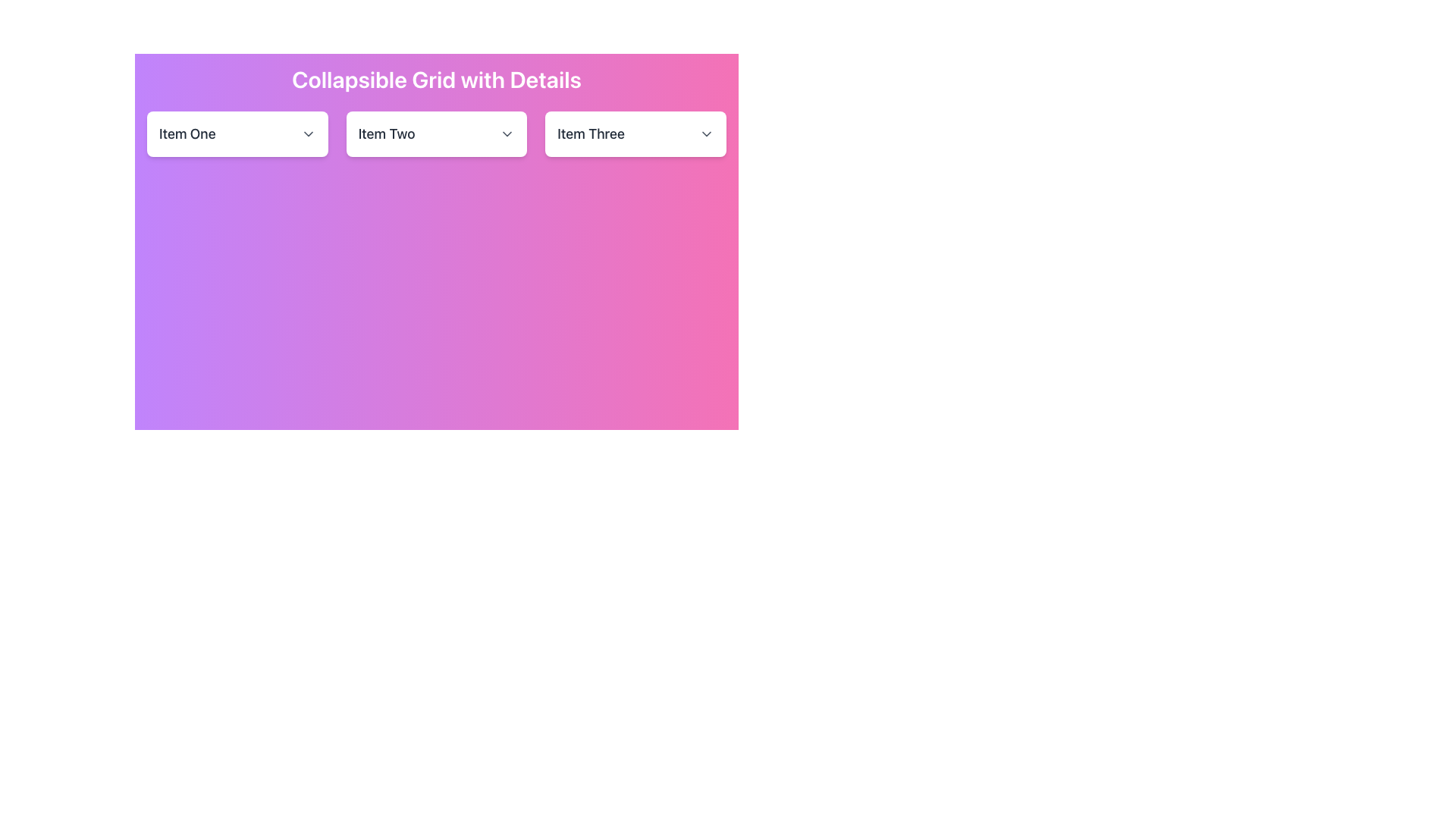  Describe the element at coordinates (436, 133) in the screenshot. I see `the central Dropdown Menu element` at that location.